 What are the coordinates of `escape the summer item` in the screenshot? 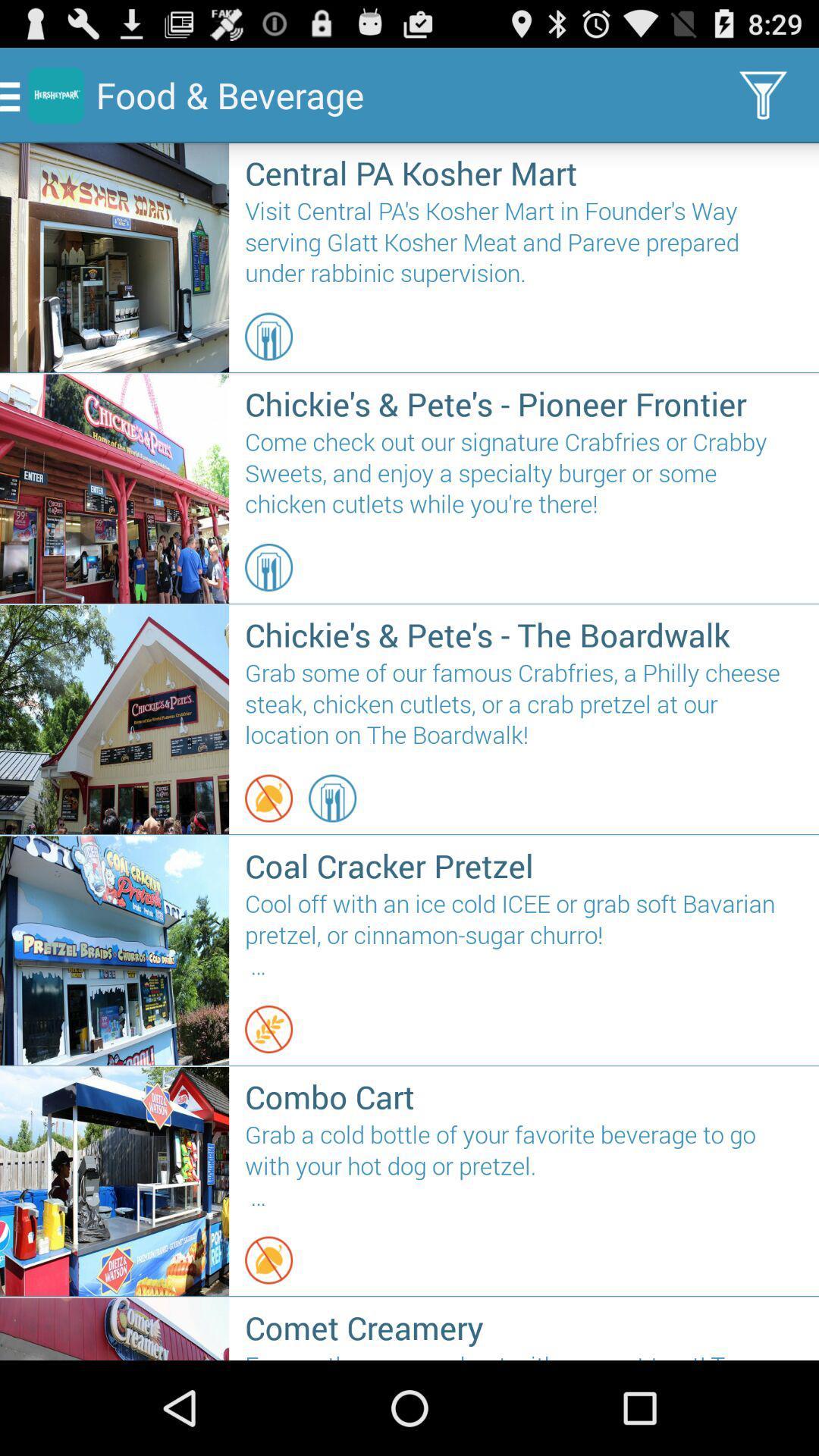 It's located at (523, 1354).